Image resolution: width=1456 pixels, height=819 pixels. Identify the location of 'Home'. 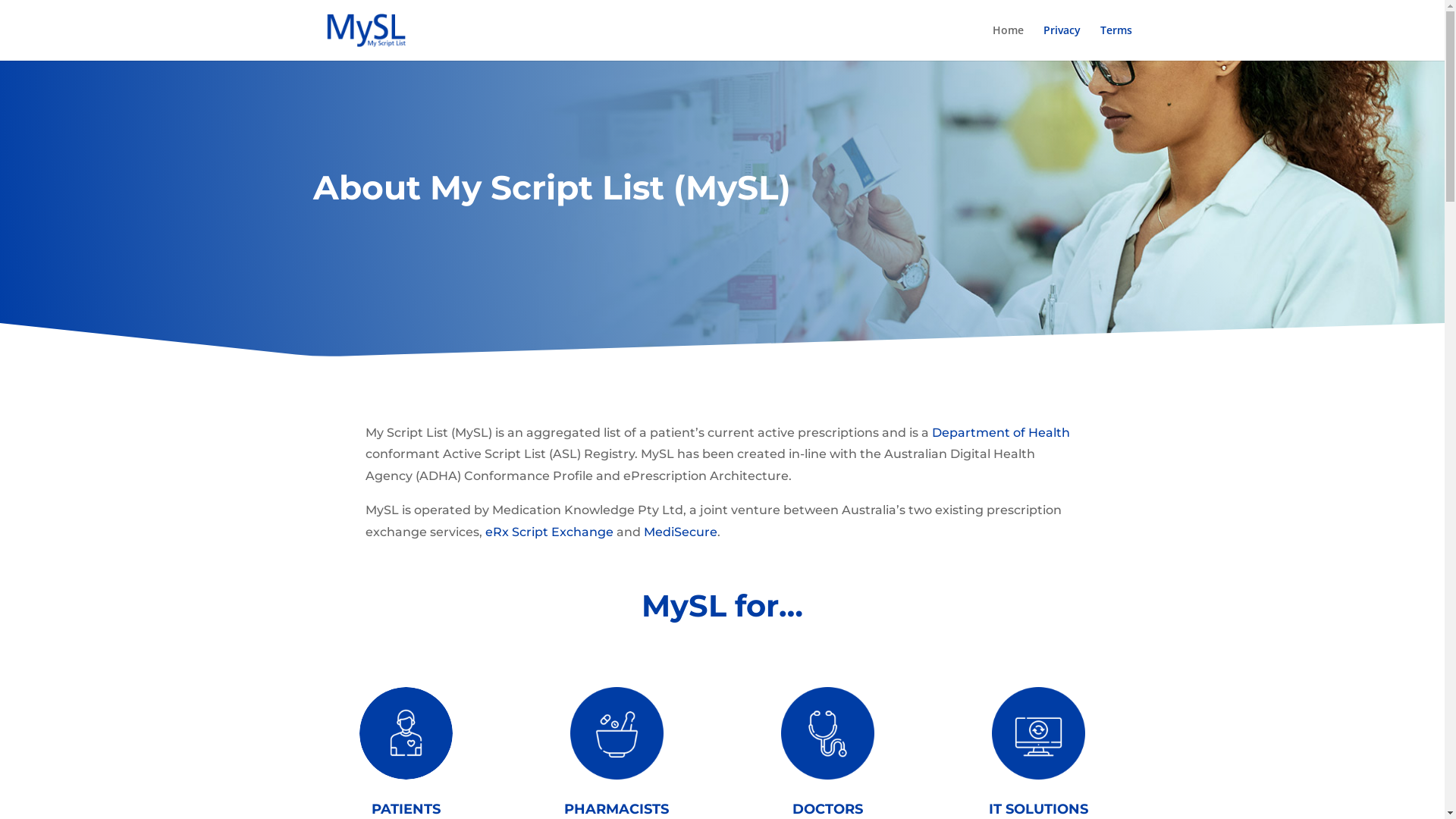
(992, 42).